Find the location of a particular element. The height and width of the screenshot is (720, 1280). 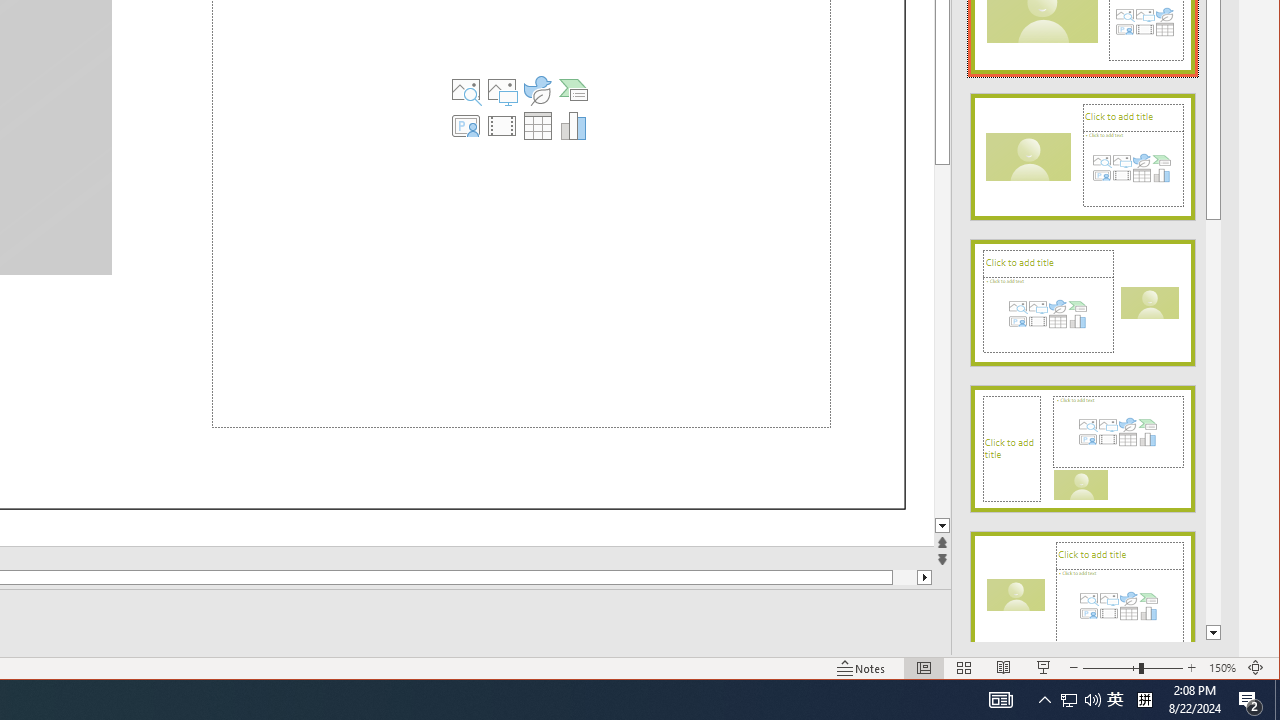

'Zoom 150%' is located at coordinates (1221, 668).